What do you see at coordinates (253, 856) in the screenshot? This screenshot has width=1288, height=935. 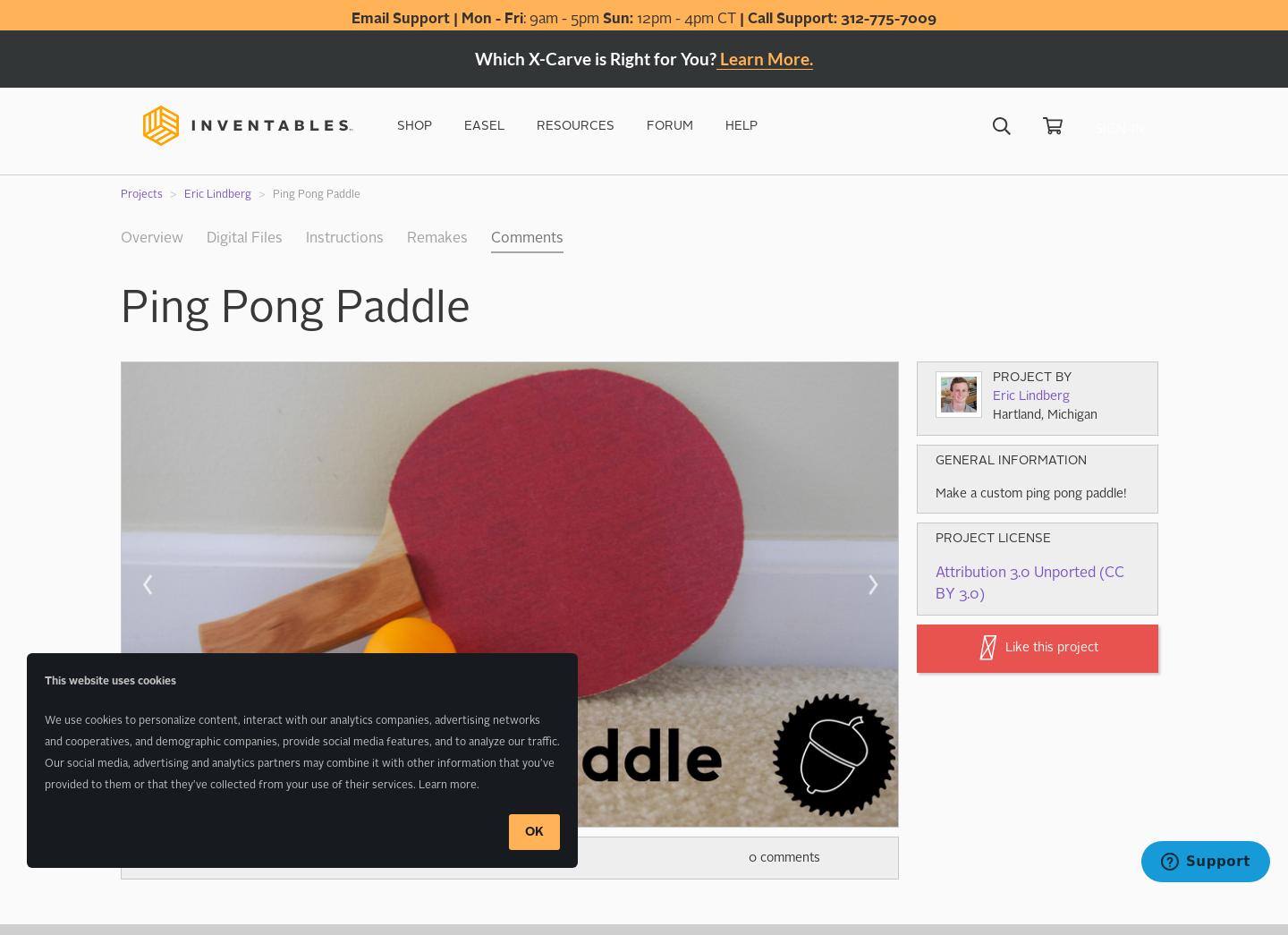 I see `'28 likes'` at bounding box center [253, 856].